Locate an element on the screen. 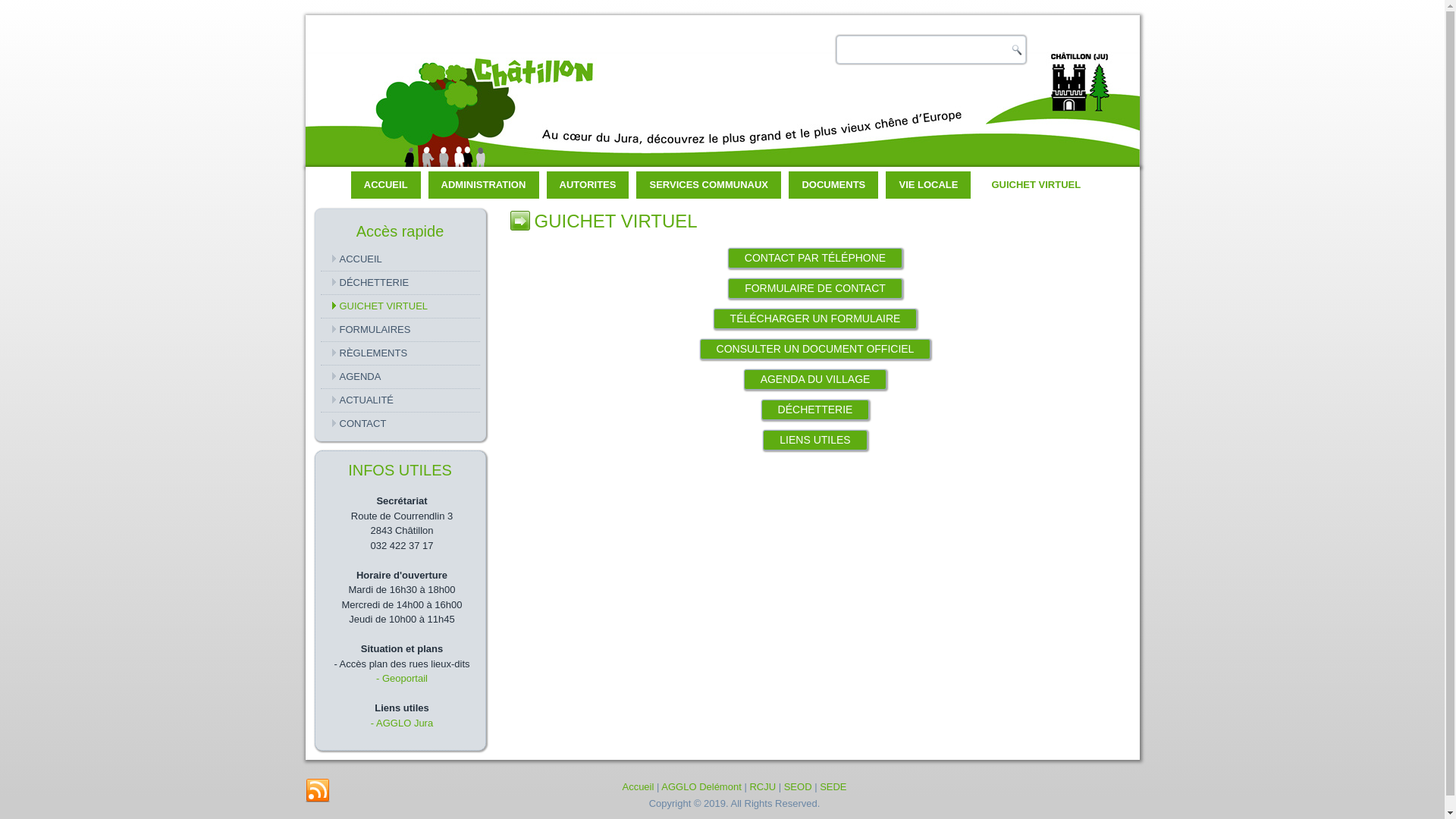  'FORMULAIRE DE CONTACT' is located at coordinates (814, 288).